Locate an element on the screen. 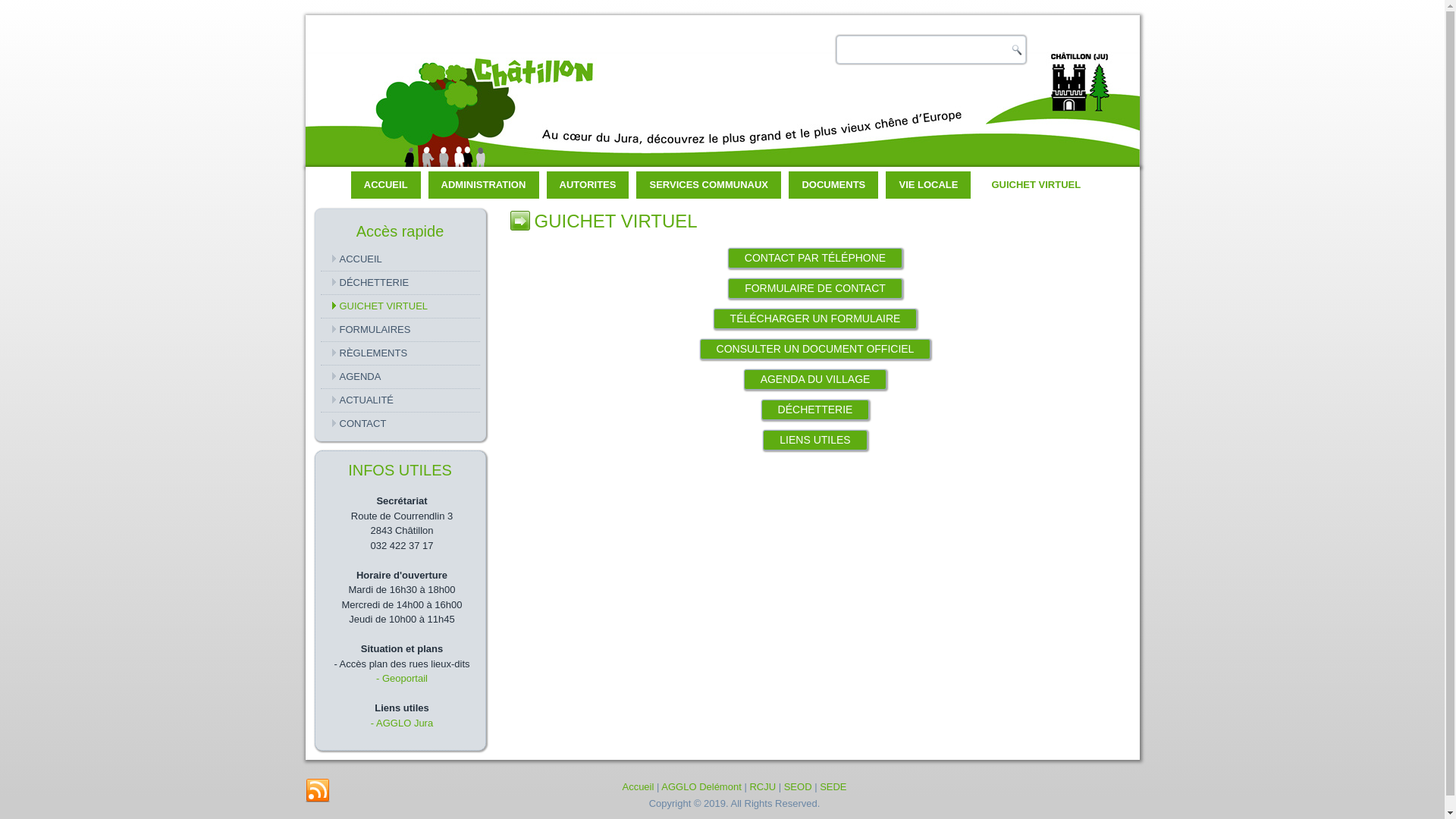  'FORMULAIRE DE CONTACT' is located at coordinates (814, 288).